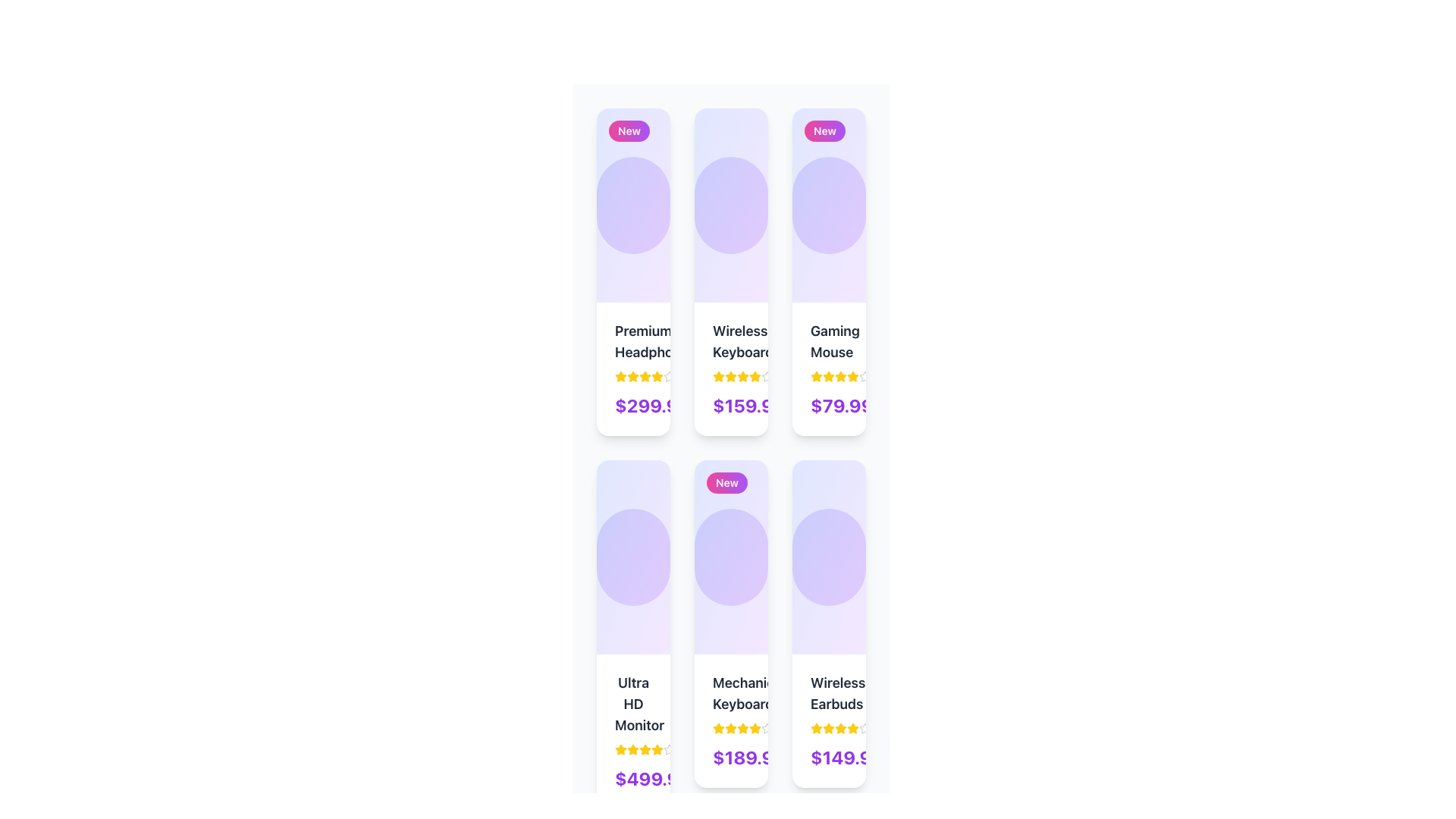 This screenshot has width=1456, height=819. What do you see at coordinates (731, 693) in the screenshot?
I see `the 'Mechanical Keyboard' text label, which is a bold and larger font element located centrally in the lower portion of the second card in the bottom row of the grid layout` at bounding box center [731, 693].